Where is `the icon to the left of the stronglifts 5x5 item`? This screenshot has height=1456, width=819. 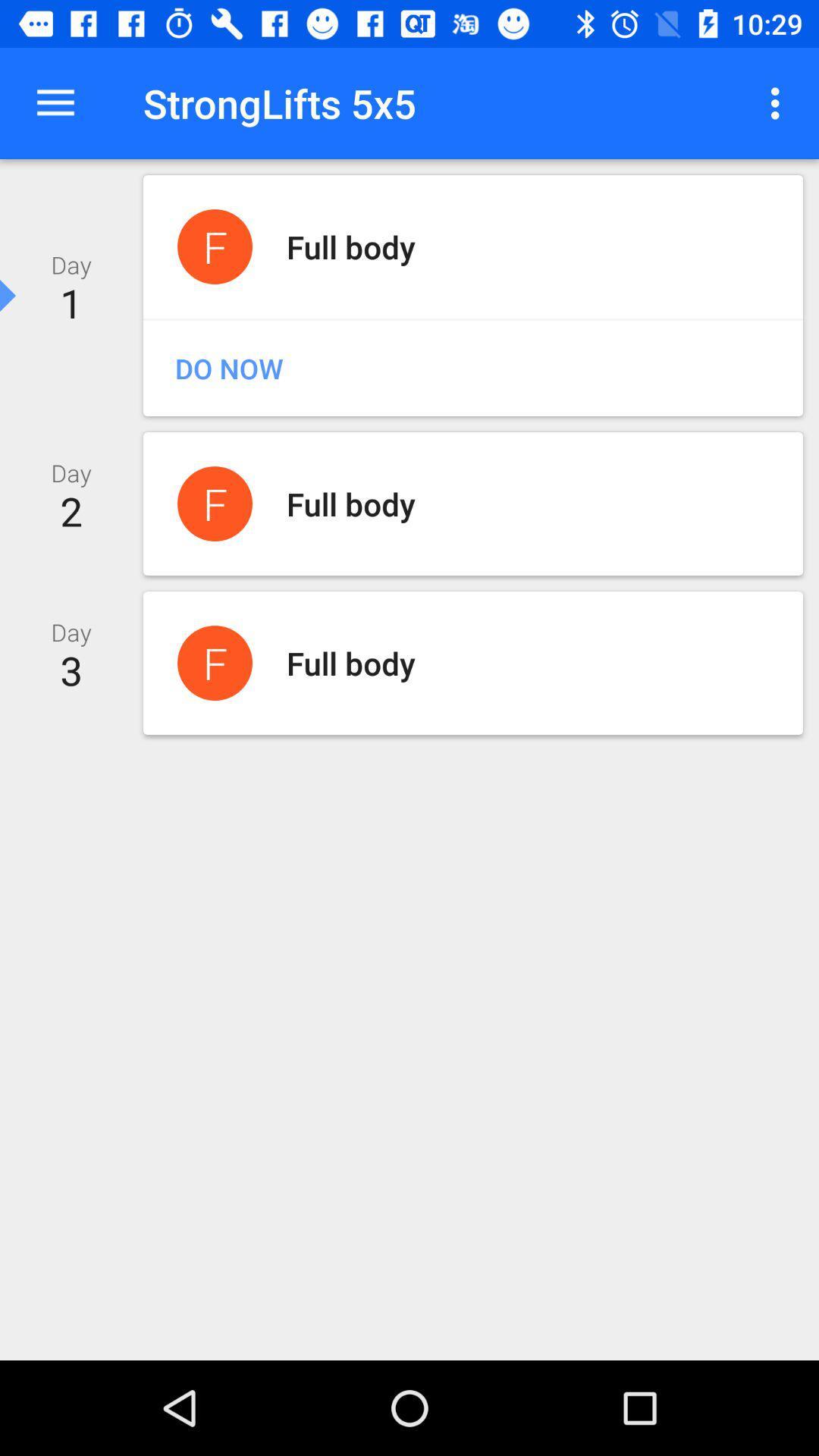 the icon to the left of the stronglifts 5x5 item is located at coordinates (55, 102).